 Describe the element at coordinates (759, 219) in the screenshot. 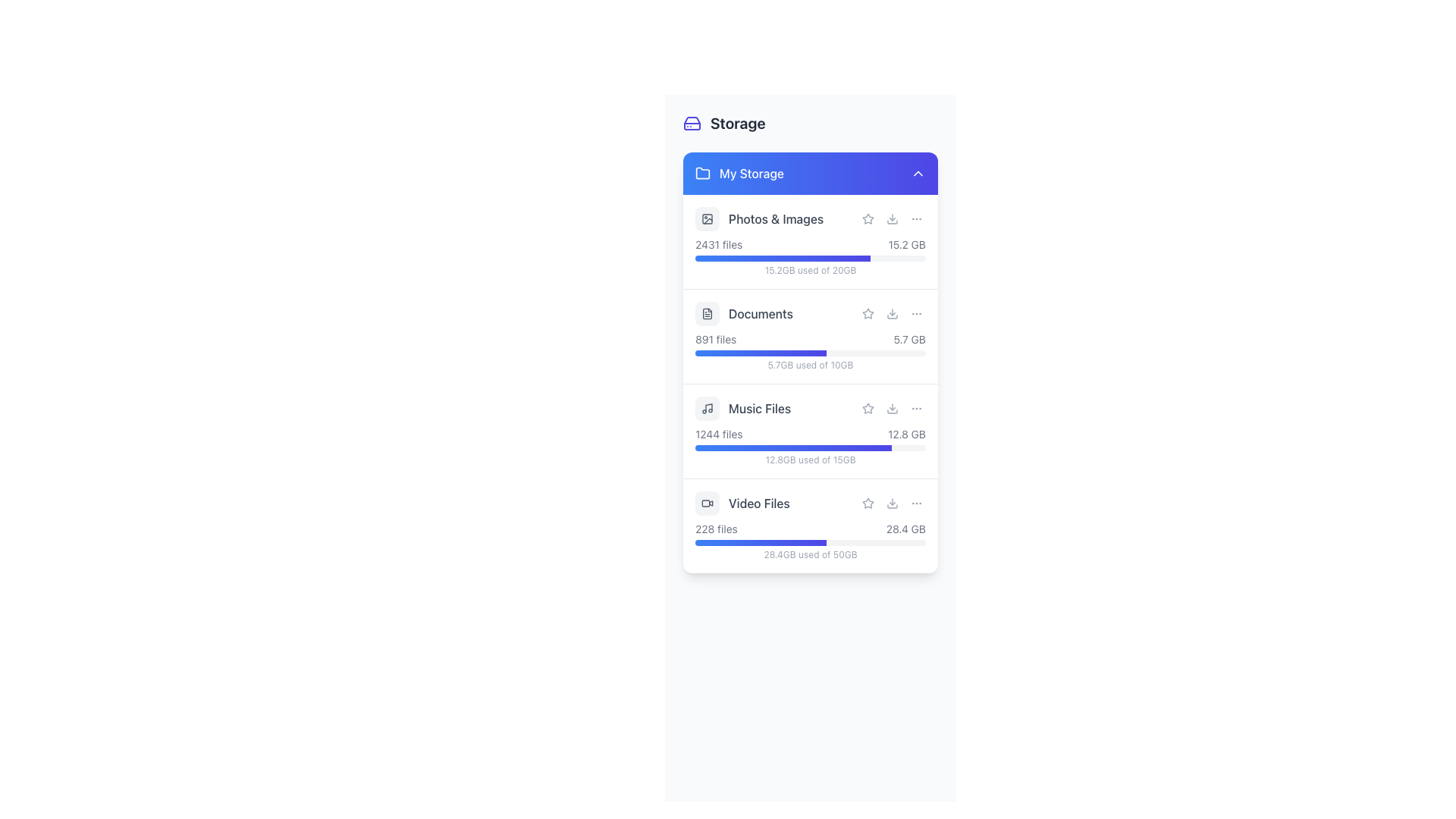

I see `the category label for photos and images located under the 'My Storage' section` at that location.